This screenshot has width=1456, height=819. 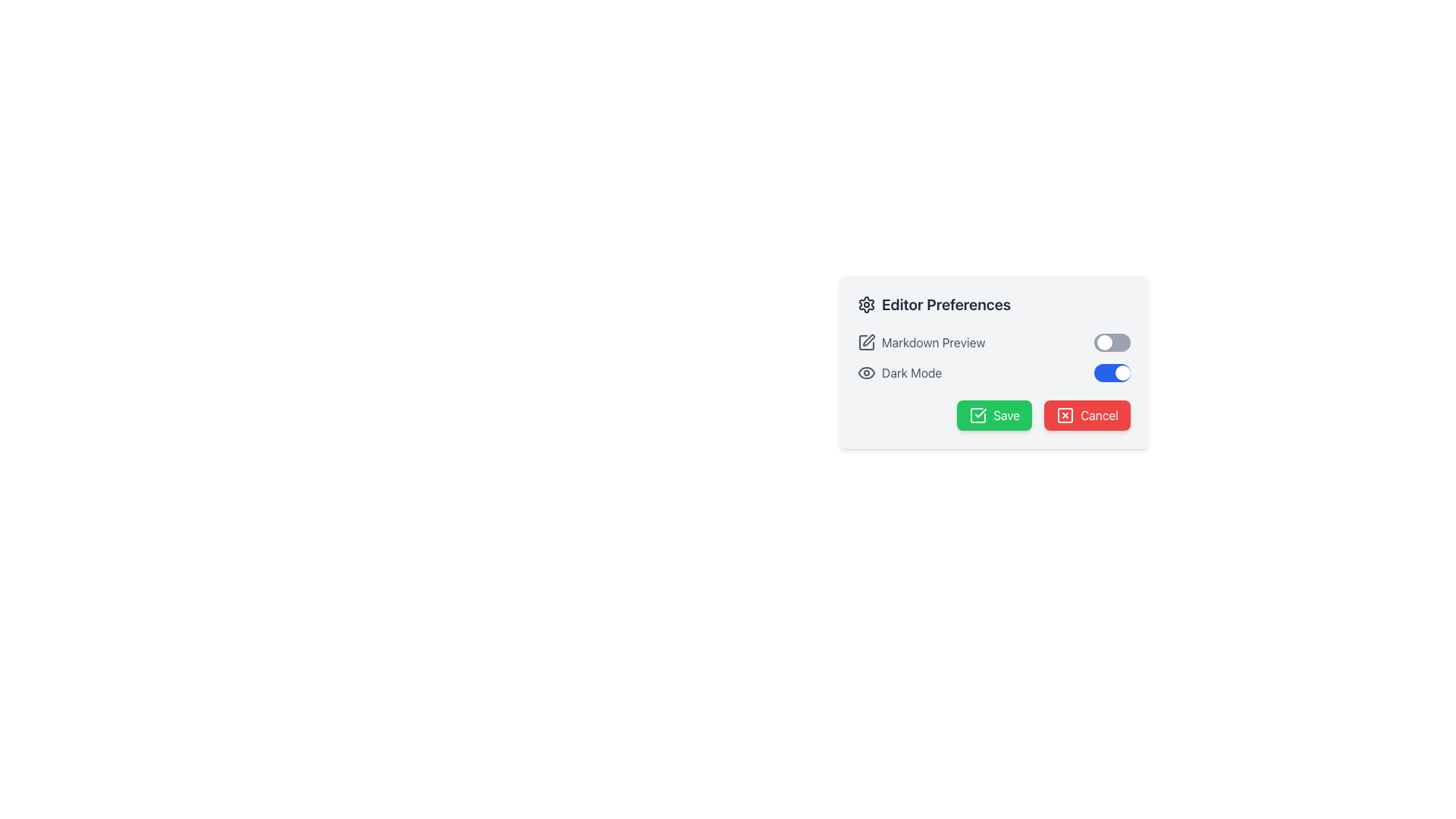 I want to click on the toggle switch for the Markdown Preview feature to switch it on or off, located near the top of the settings section, above the 'Dark Mode' toggle, so click(x=993, y=342).